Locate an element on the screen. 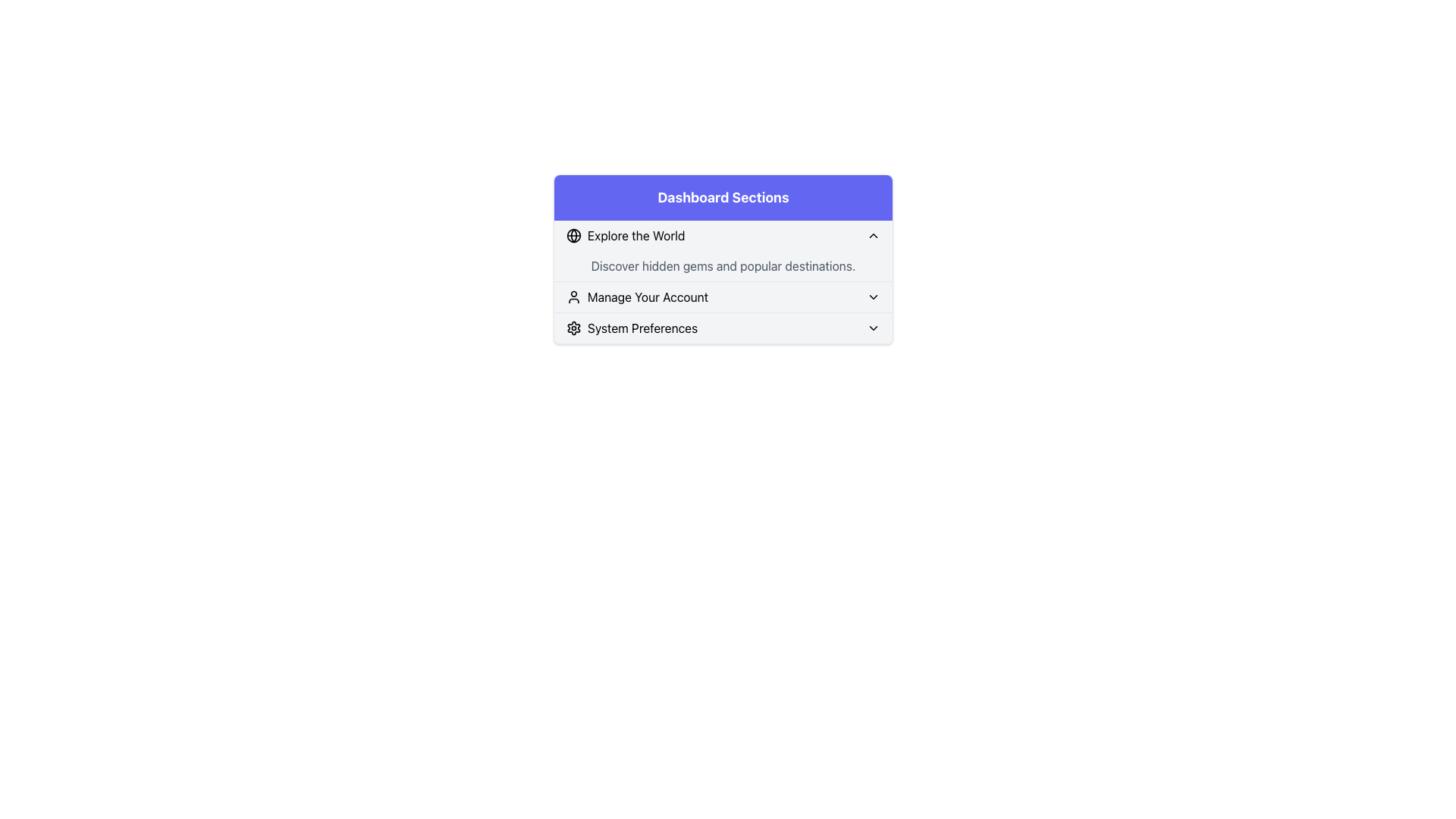 Image resolution: width=1456 pixels, height=819 pixels. middle icon of the globe representing the 'Explore the World' section in the menu by clicking on it is located at coordinates (573, 236).